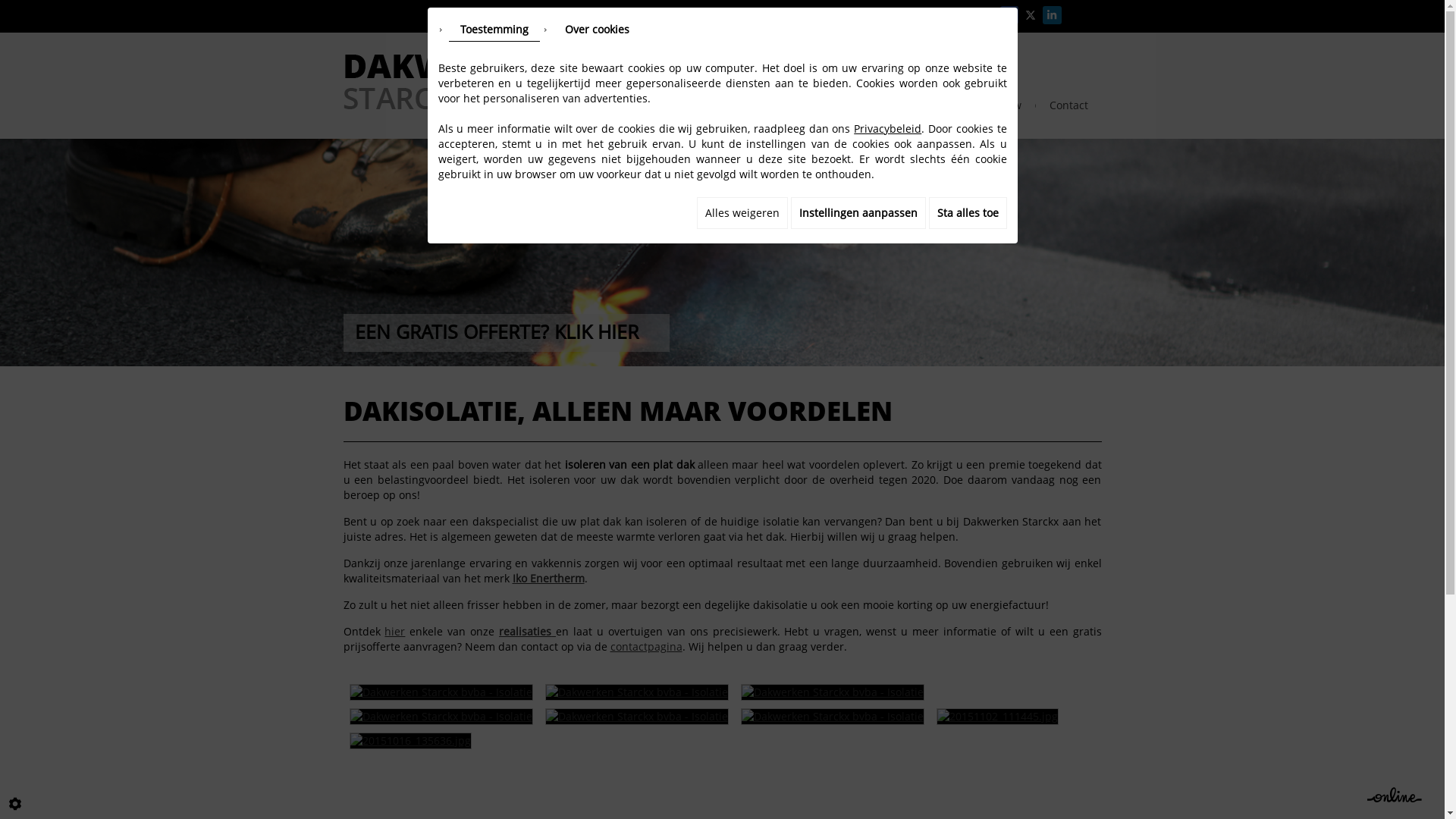 The height and width of the screenshot is (819, 1456). What do you see at coordinates (742, 213) in the screenshot?
I see `'Alles weigeren'` at bounding box center [742, 213].